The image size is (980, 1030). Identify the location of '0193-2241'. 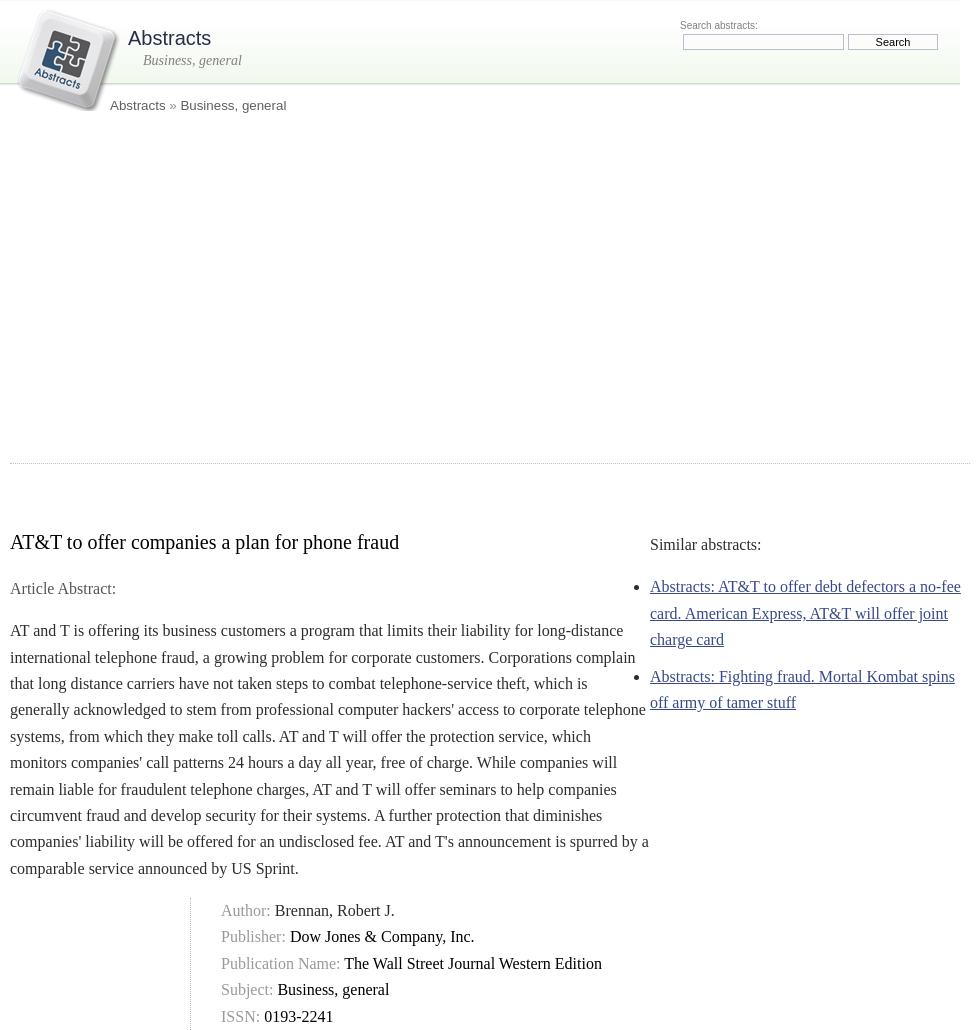
(298, 1014).